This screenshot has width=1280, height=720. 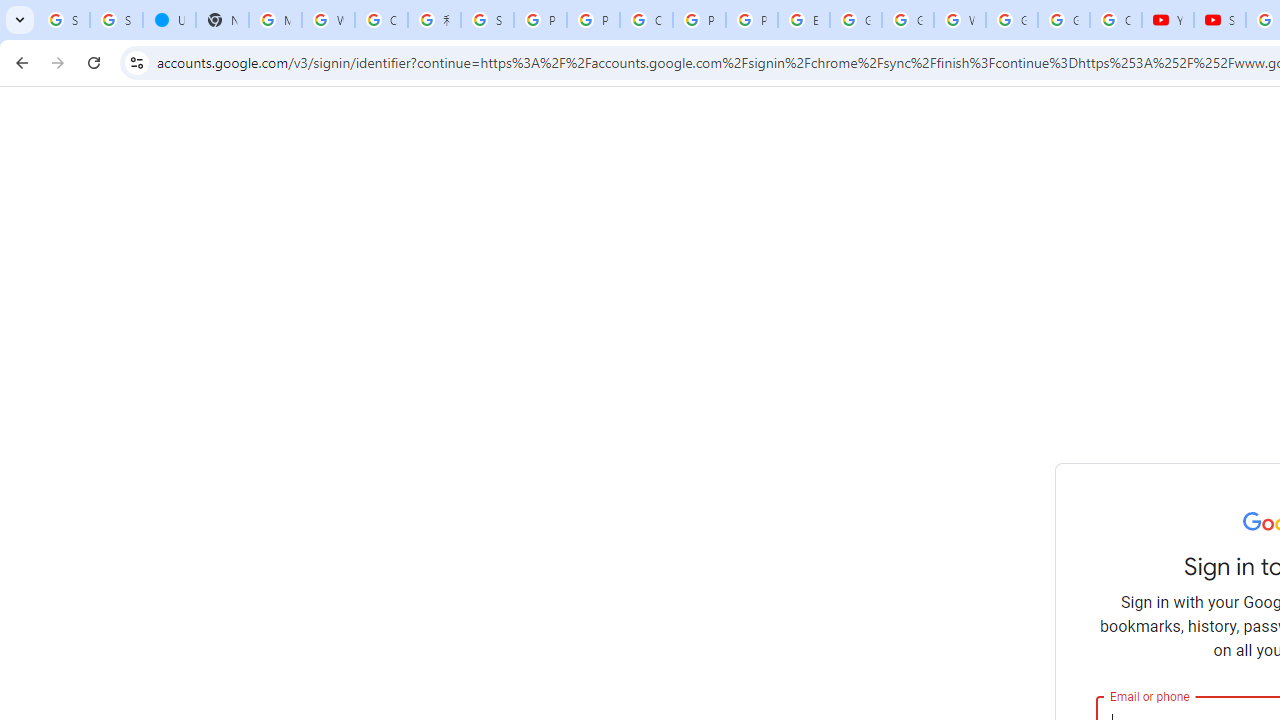 I want to click on 'Google Slides: Sign-in', so click(x=855, y=20).